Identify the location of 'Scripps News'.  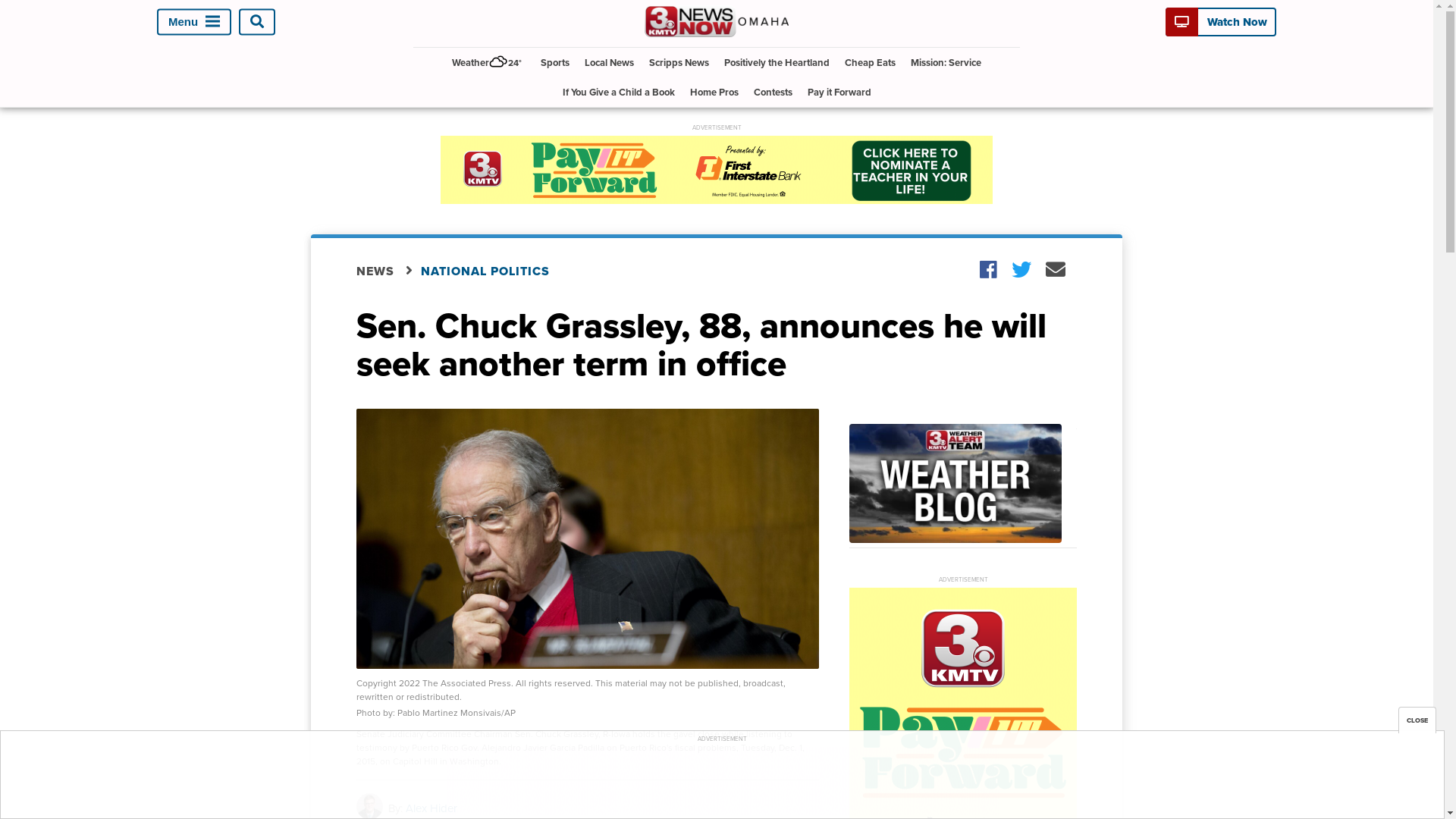
(678, 61).